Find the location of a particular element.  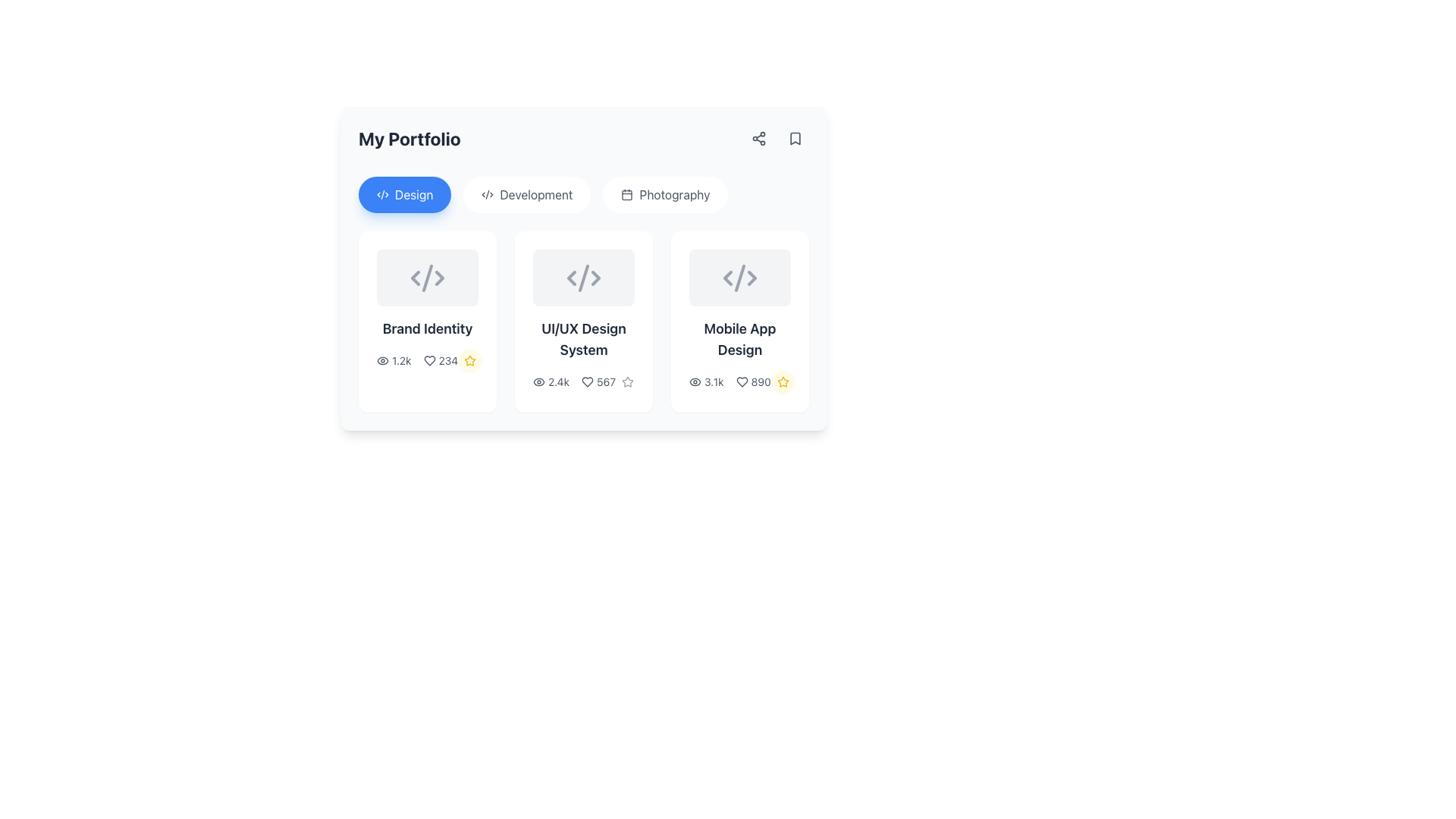

the calendar icon within the 'Photography' button is located at coordinates (627, 194).